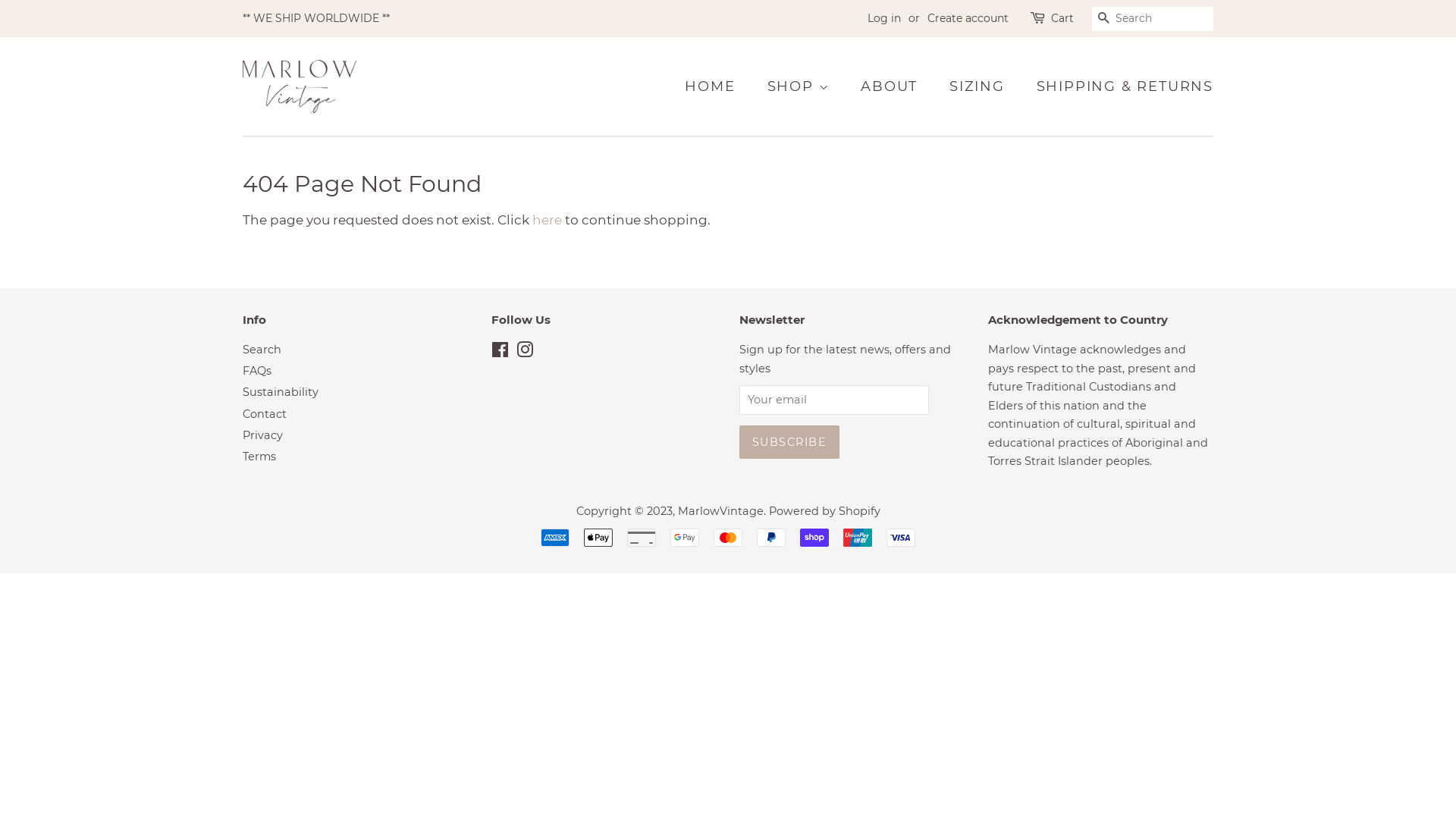 This screenshot has height=819, width=1456. What do you see at coordinates (789, 441) in the screenshot?
I see `'Subscribe'` at bounding box center [789, 441].